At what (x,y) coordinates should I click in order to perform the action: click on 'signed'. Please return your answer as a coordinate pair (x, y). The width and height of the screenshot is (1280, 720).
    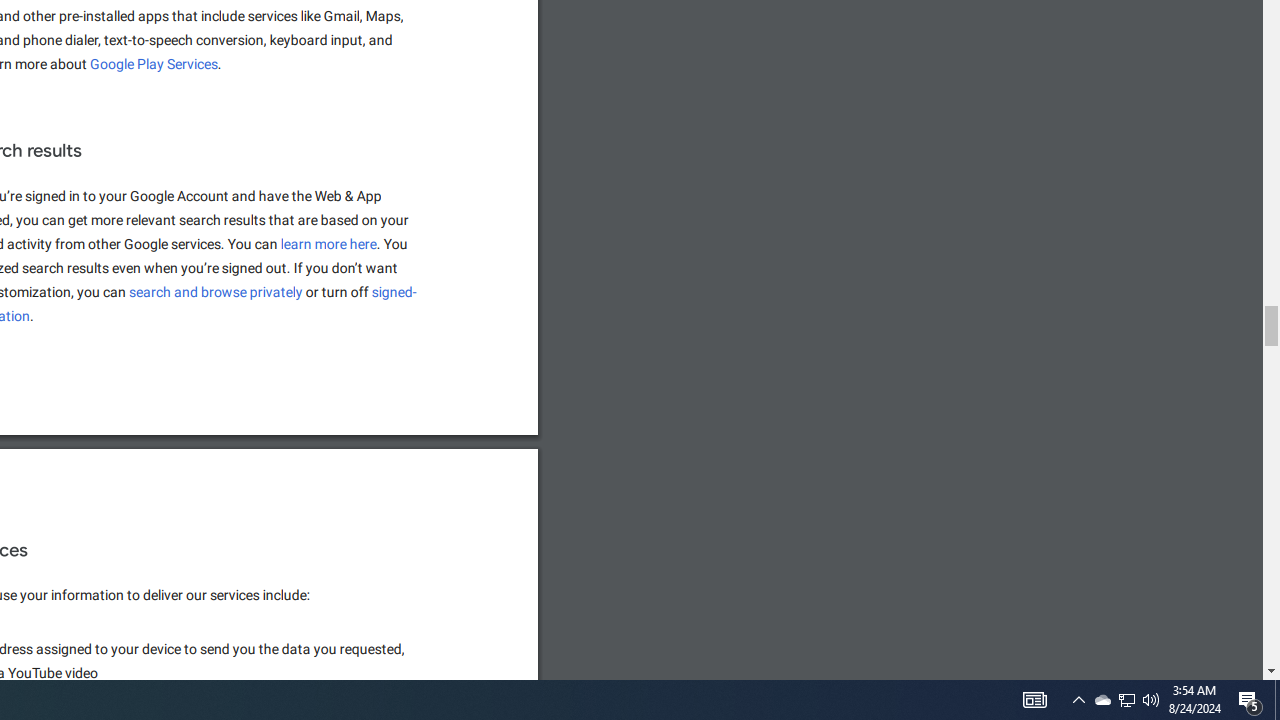
    Looking at the image, I should click on (395, 292).